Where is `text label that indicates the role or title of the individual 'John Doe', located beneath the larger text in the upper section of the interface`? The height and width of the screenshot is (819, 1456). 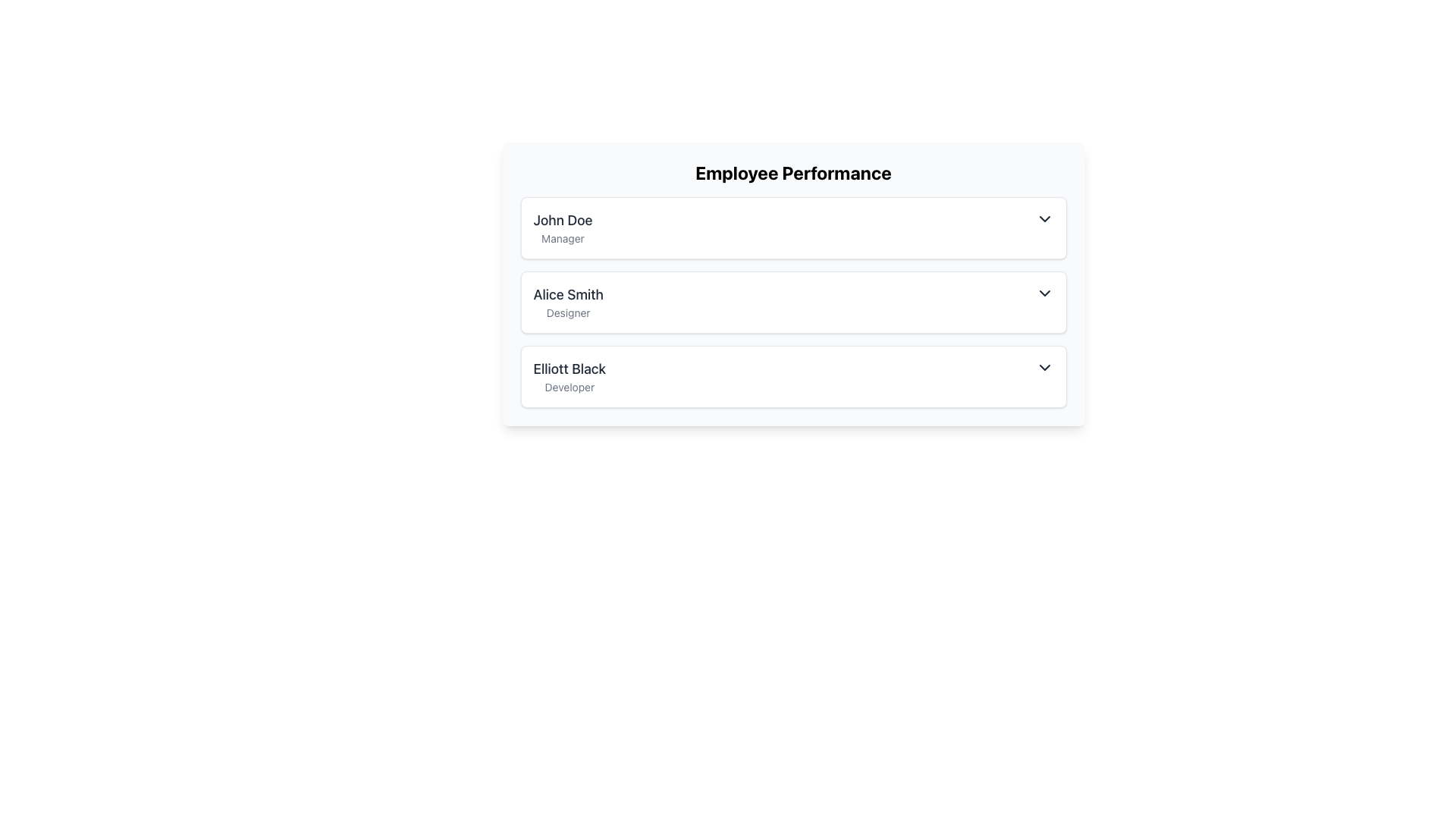 text label that indicates the role or title of the individual 'John Doe', located beneath the larger text in the upper section of the interface is located at coordinates (562, 239).